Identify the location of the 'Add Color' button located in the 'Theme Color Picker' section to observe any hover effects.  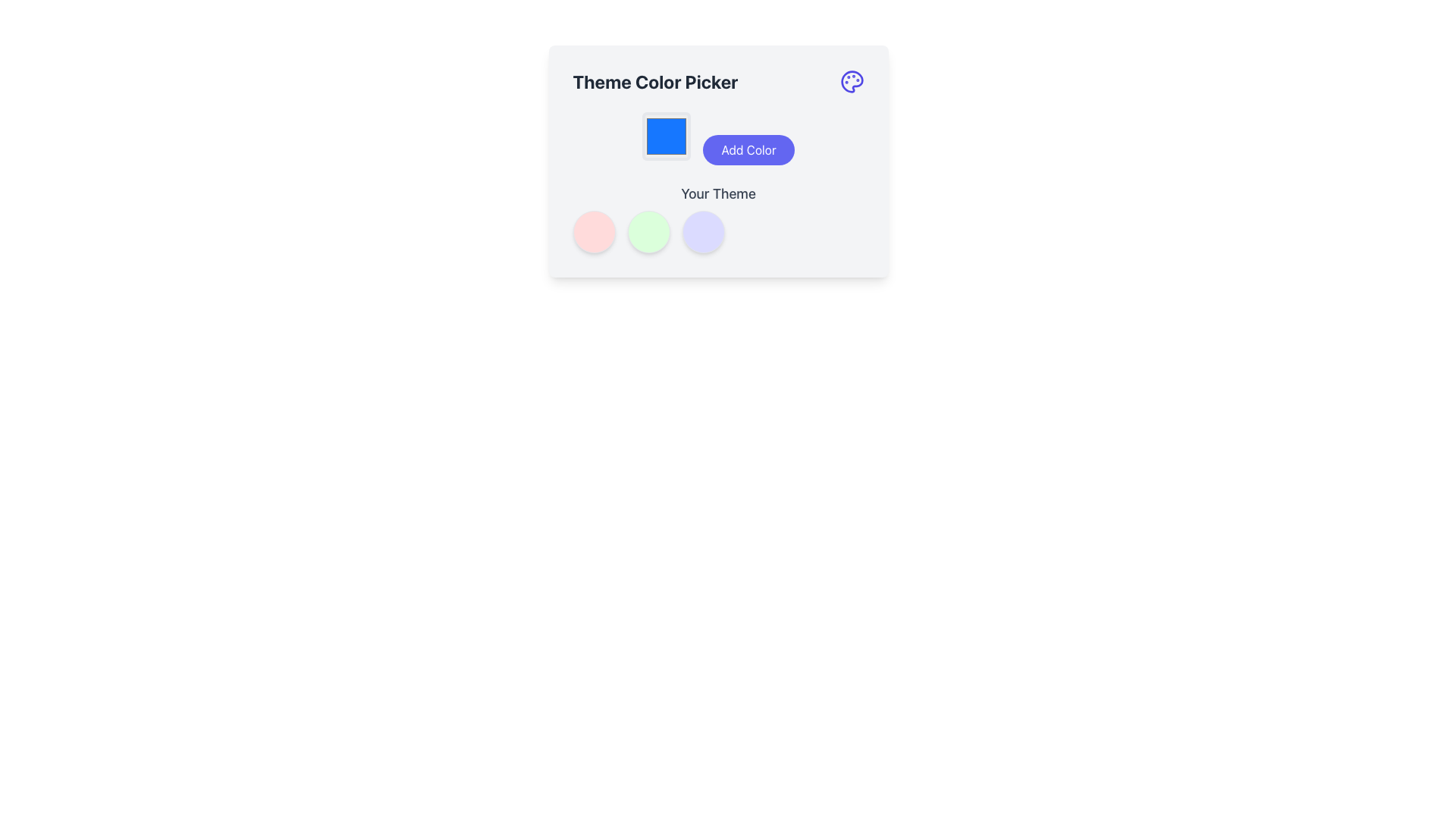
(717, 161).